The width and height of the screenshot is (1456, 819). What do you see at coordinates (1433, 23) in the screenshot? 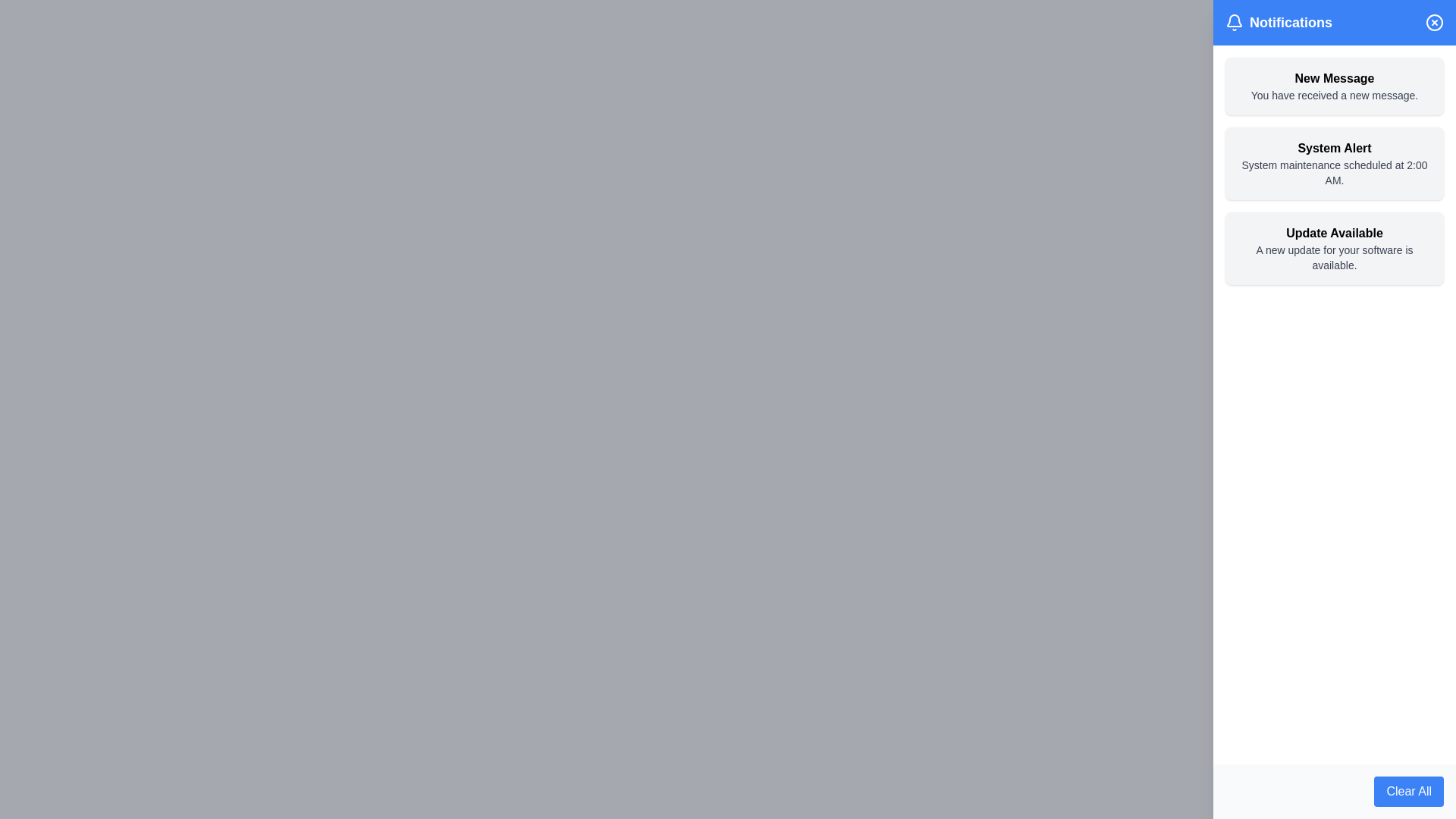
I see `the circular icon located in the top-right corner of the notification bar to interact with its associated functionality` at bounding box center [1433, 23].